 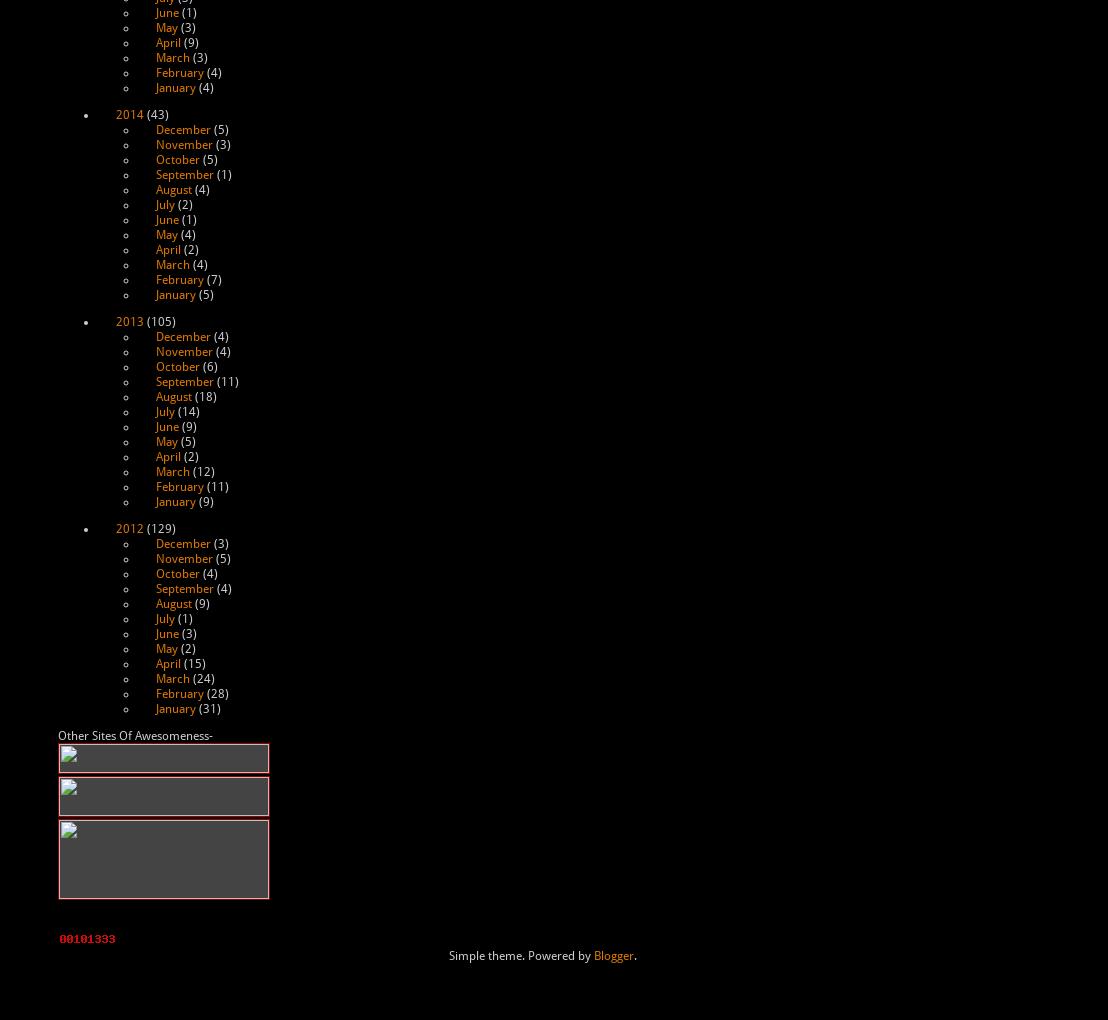 What do you see at coordinates (130, 113) in the screenshot?
I see `'2014'` at bounding box center [130, 113].